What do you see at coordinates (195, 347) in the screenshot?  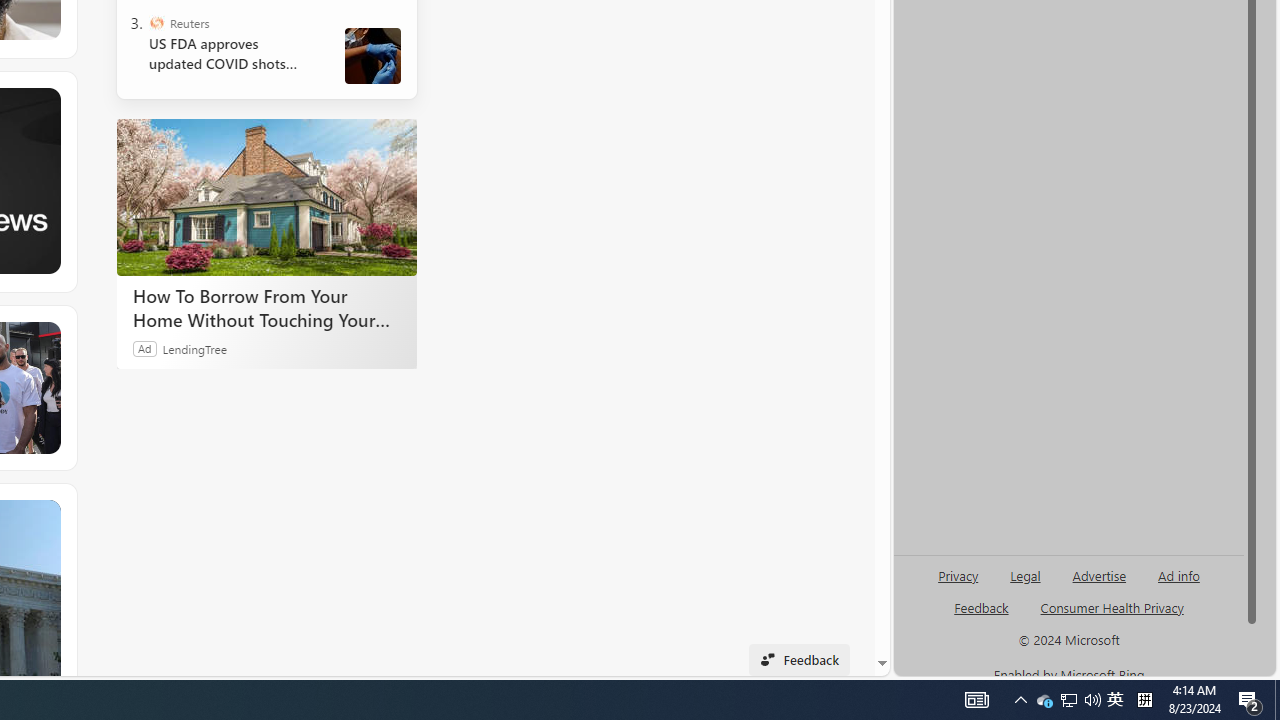 I see `'LendingTree'` at bounding box center [195, 347].